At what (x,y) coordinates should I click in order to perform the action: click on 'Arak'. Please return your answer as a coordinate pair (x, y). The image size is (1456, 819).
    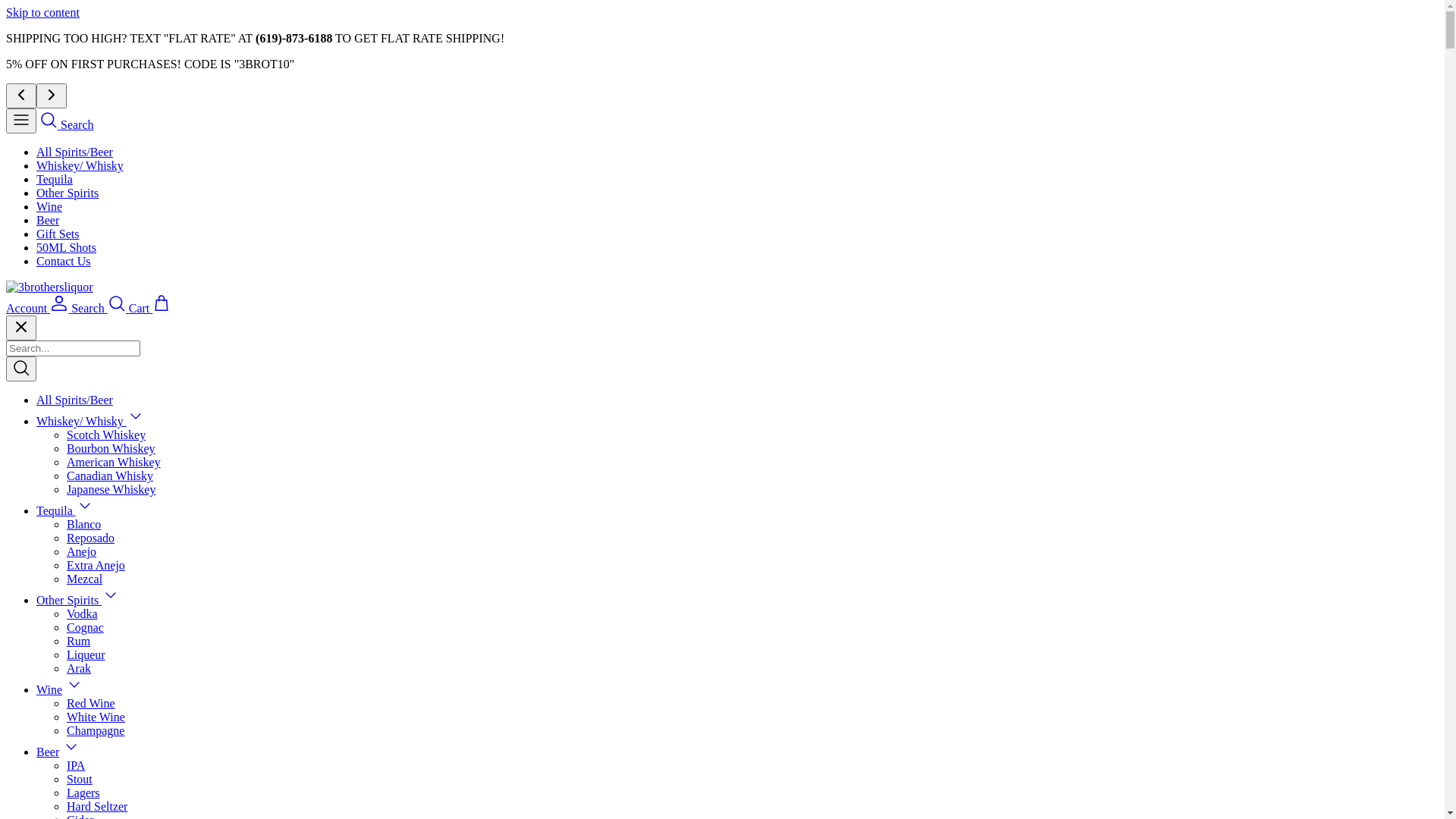
    Looking at the image, I should click on (78, 667).